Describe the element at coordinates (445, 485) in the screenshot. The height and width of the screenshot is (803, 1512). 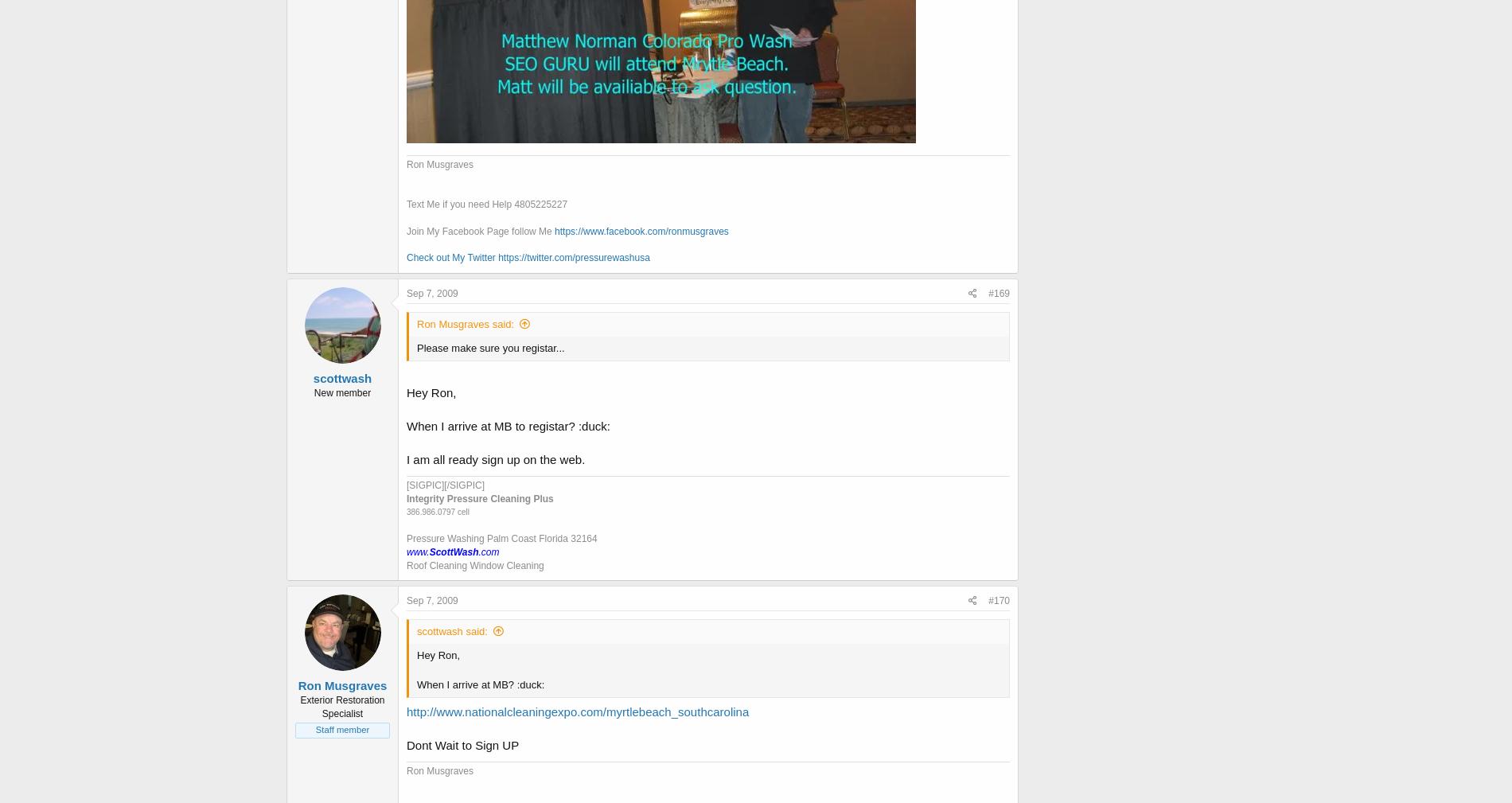
I see `'[SIGPIC][/SIGPIC]'` at that location.